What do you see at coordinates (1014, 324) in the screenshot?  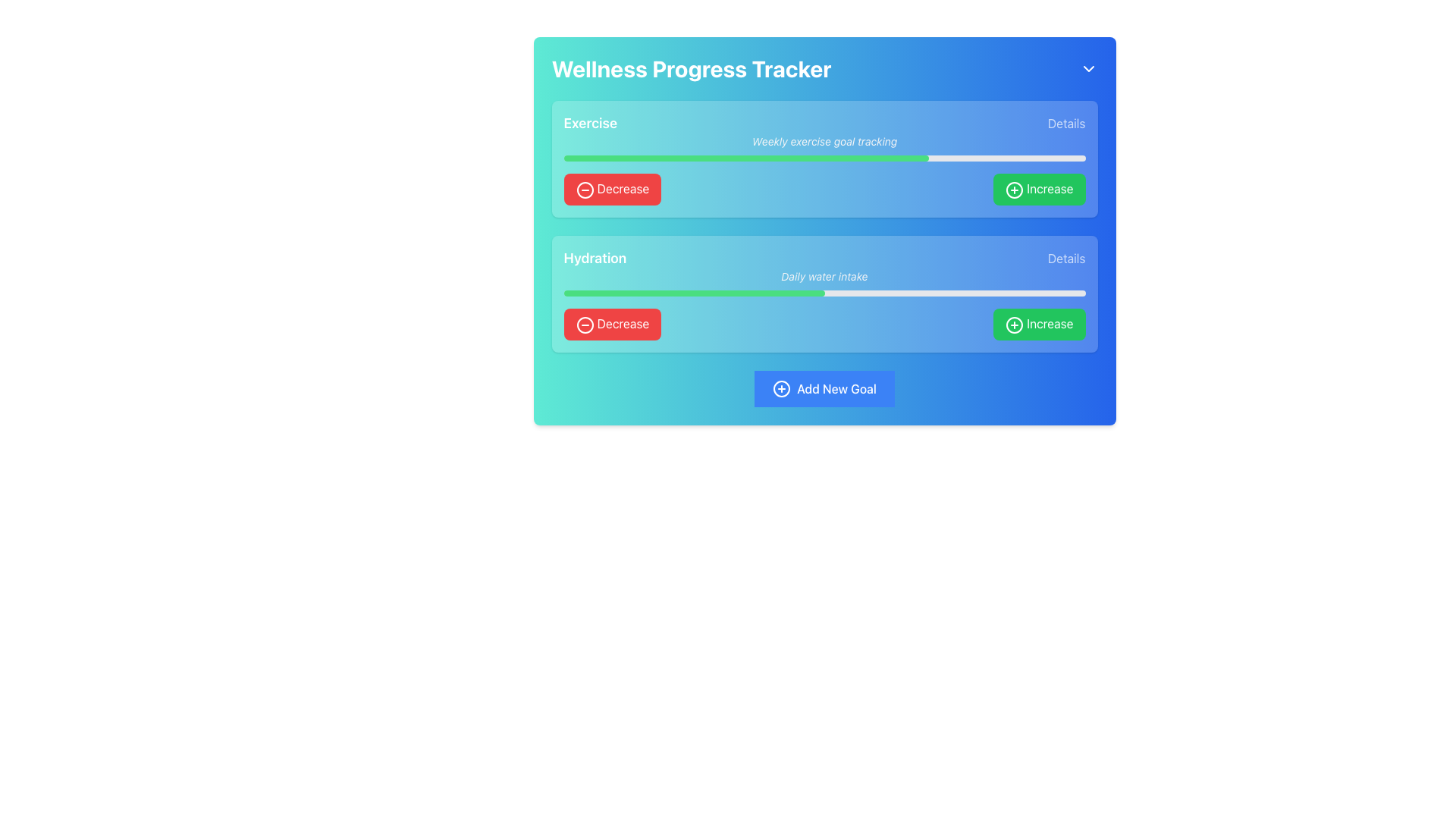 I see `the plus icon centered inside the green button labeled 'Increase', located on the right side of the section labeled 'Daily water intake'` at bounding box center [1014, 324].